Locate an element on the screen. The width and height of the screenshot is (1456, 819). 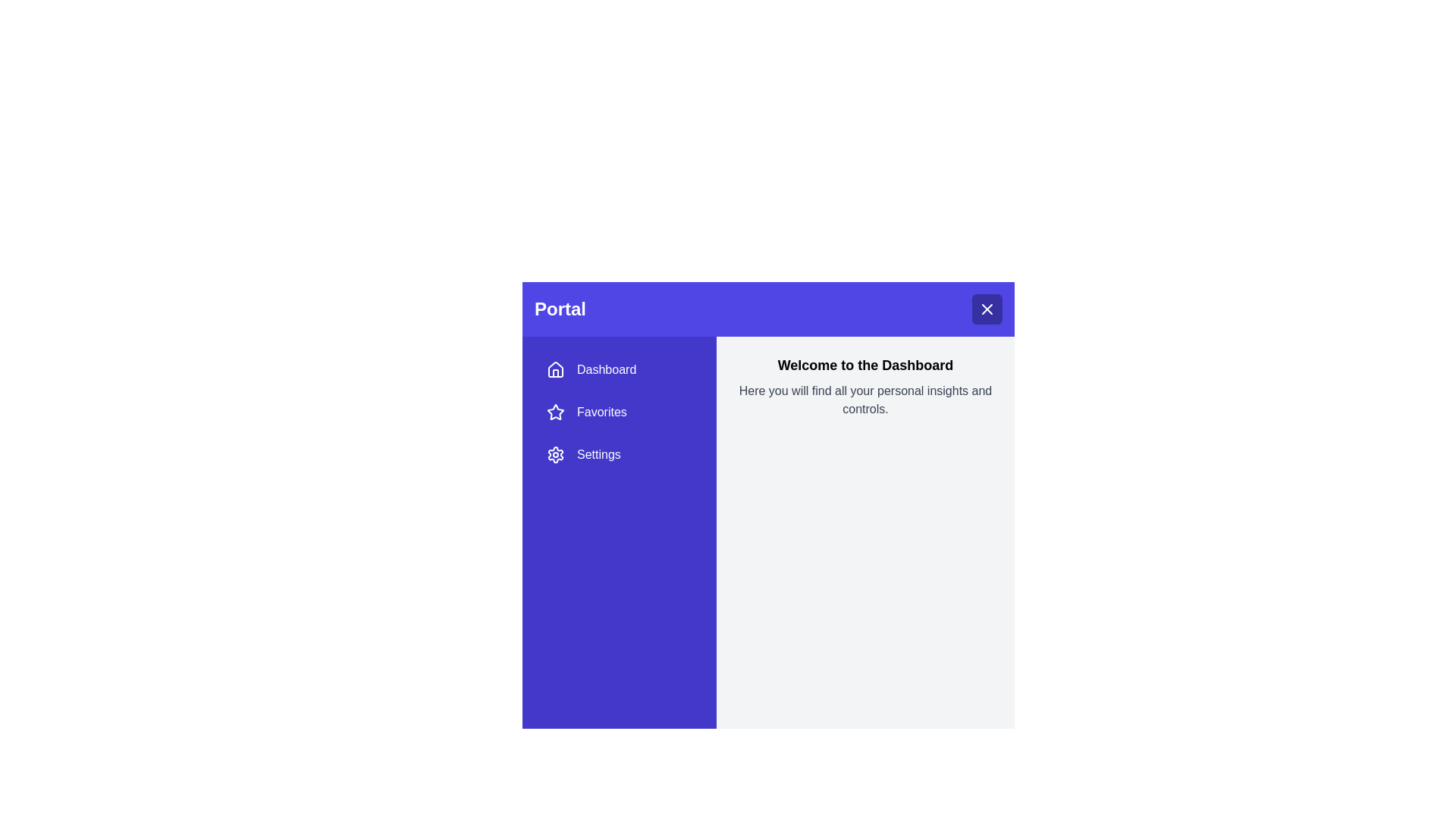
the text block styled in gray that contains the statement 'Here you will find all your personal insights and controls.' located below the heading 'Welcome to the Dashboard.' is located at coordinates (865, 400).